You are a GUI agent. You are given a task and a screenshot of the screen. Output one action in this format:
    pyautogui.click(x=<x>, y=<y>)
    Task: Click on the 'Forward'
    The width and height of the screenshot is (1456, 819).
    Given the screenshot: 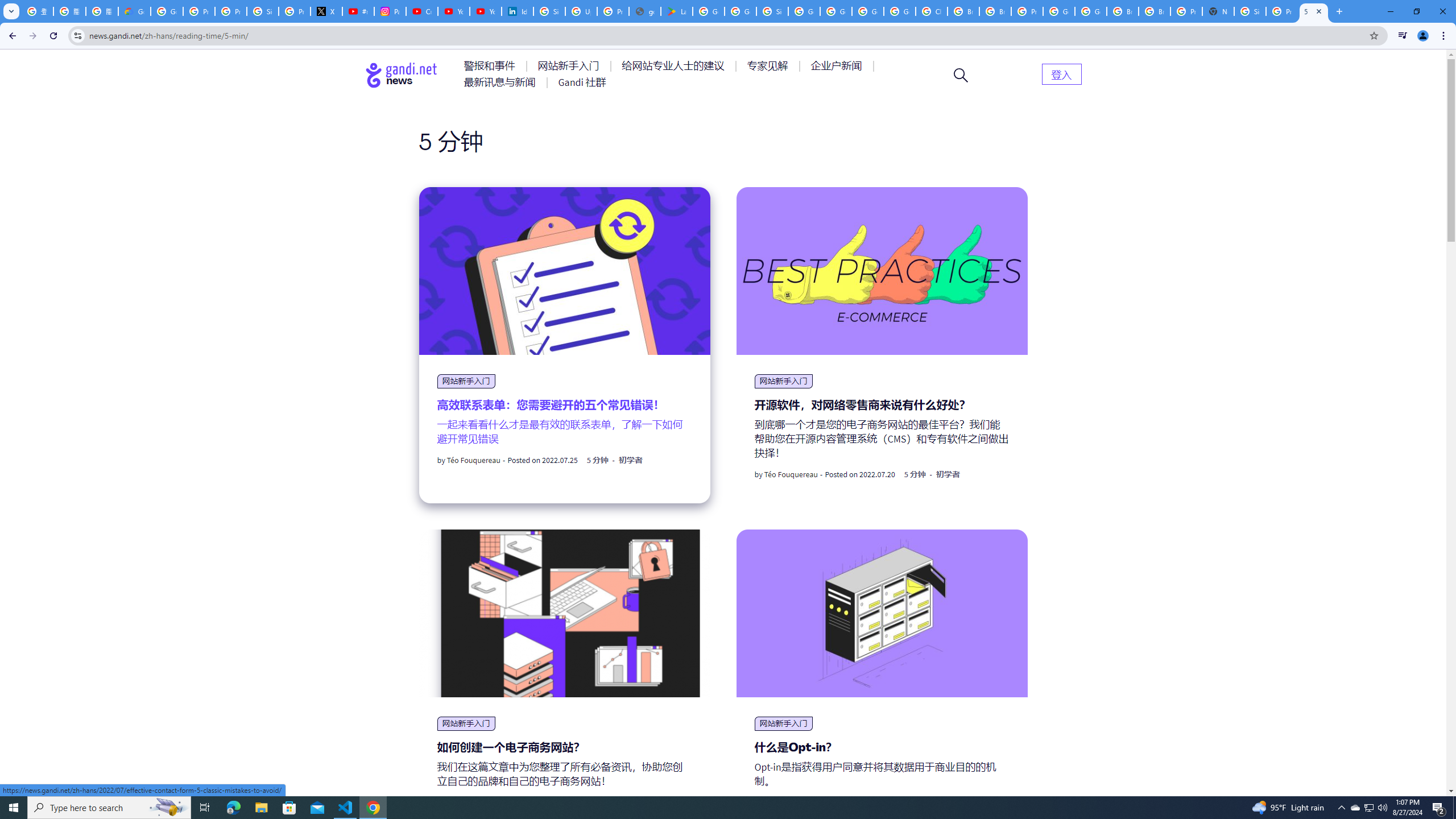 What is the action you would take?
    pyautogui.click(x=32, y=35)
    